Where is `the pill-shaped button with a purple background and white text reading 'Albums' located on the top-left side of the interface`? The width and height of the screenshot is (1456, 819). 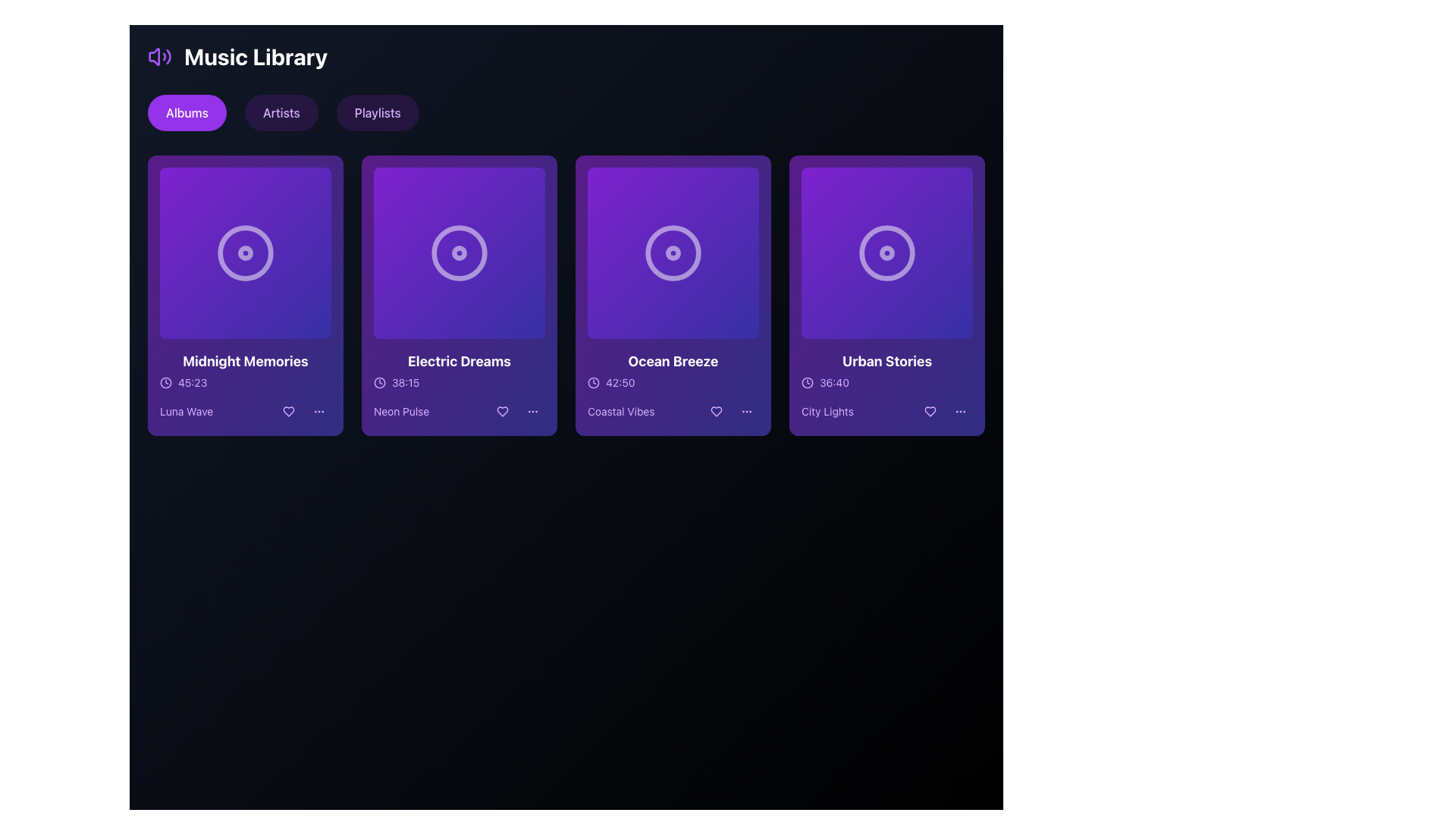
the pill-shaped button with a purple background and white text reading 'Albums' located on the top-left side of the interface is located at coordinates (186, 112).